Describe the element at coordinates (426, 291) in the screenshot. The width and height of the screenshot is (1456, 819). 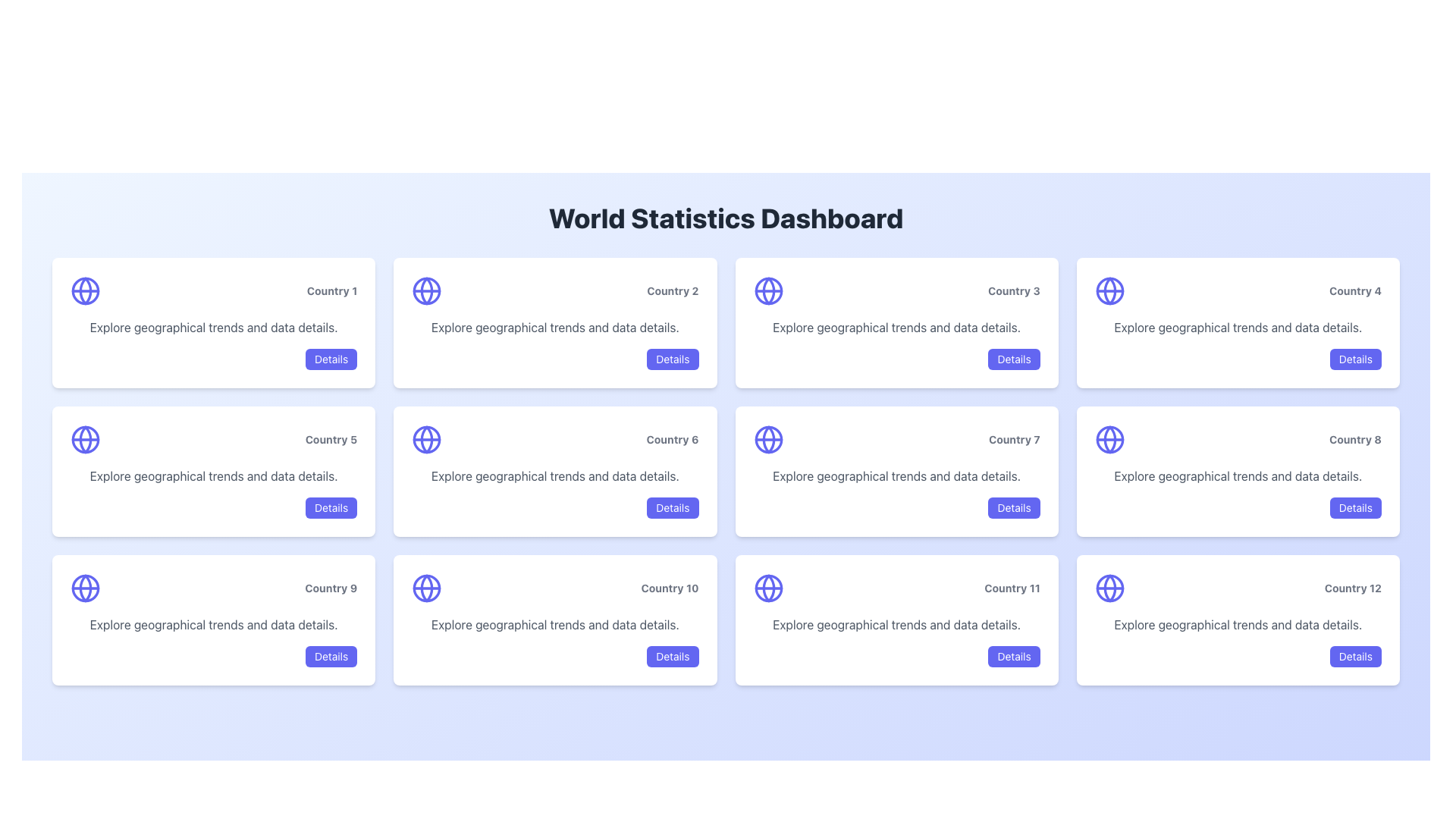
I see `the circular globe icon styled in indigo blue located to the left of the text 'Country 2' in the second card of the grid layout` at that location.